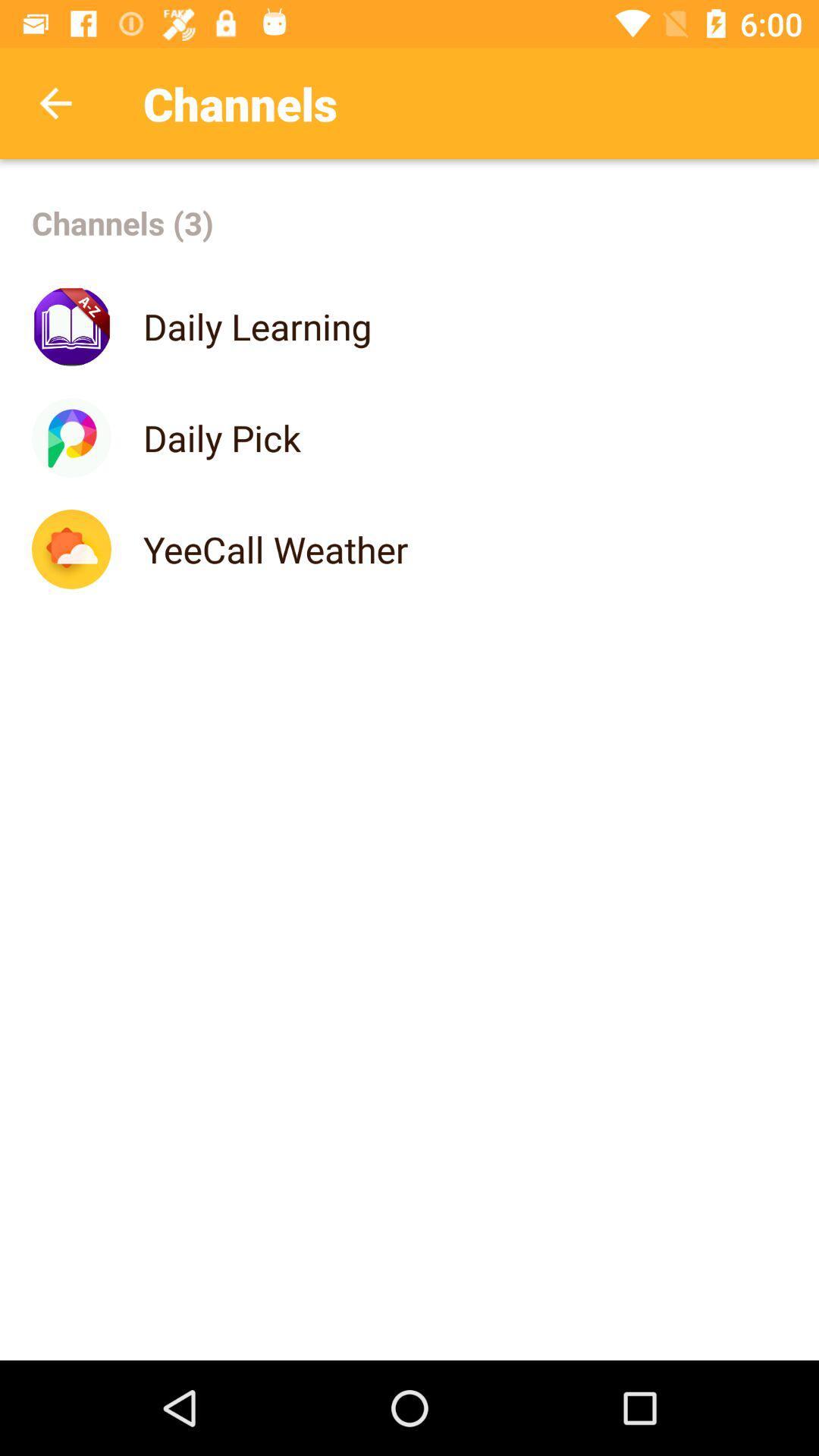 The height and width of the screenshot is (1456, 819). I want to click on the icon to the left of channels app, so click(55, 102).